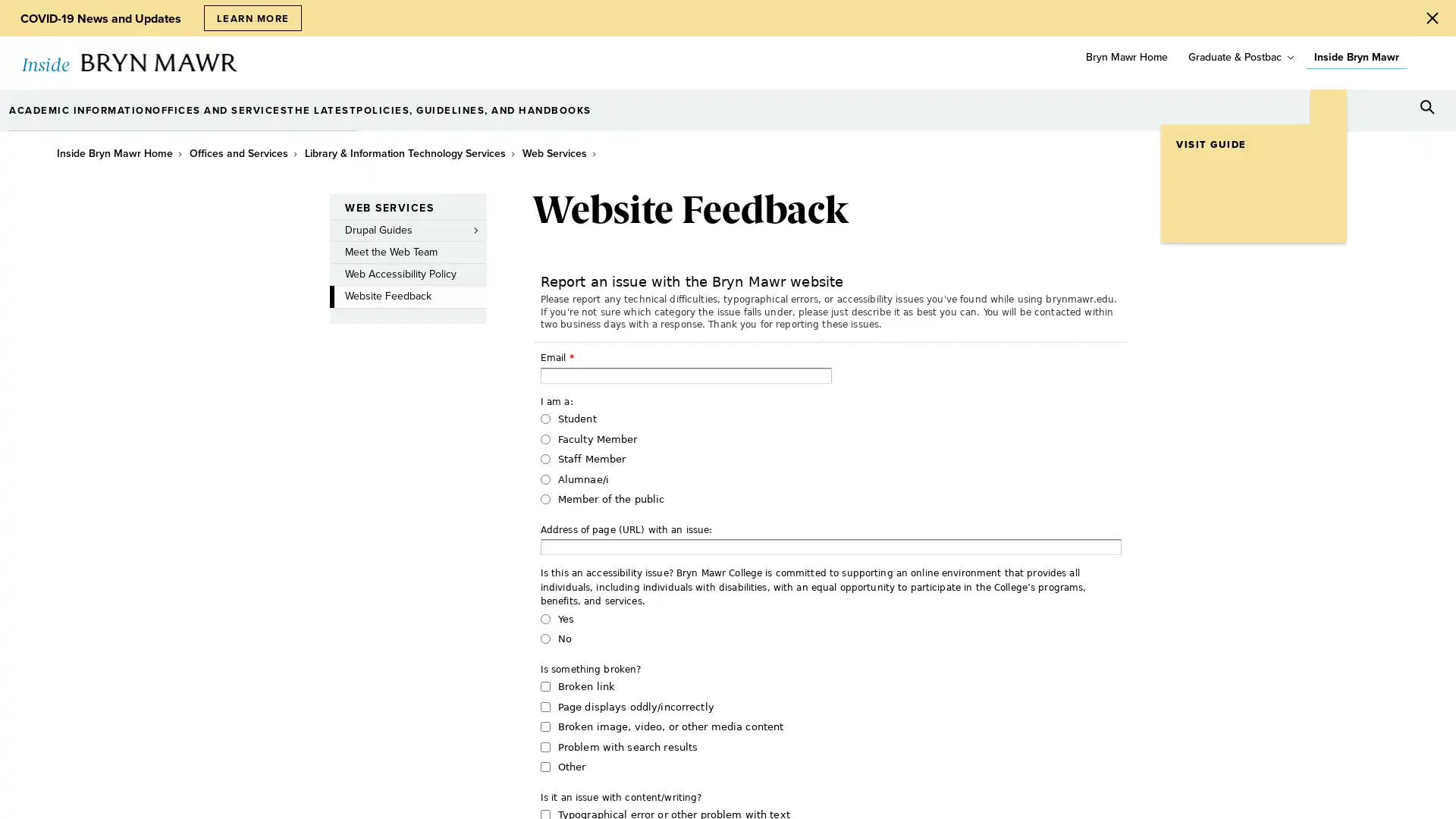 The height and width of the screenshot is (819, 1456). I want to click on Search, so click(1426, 106).